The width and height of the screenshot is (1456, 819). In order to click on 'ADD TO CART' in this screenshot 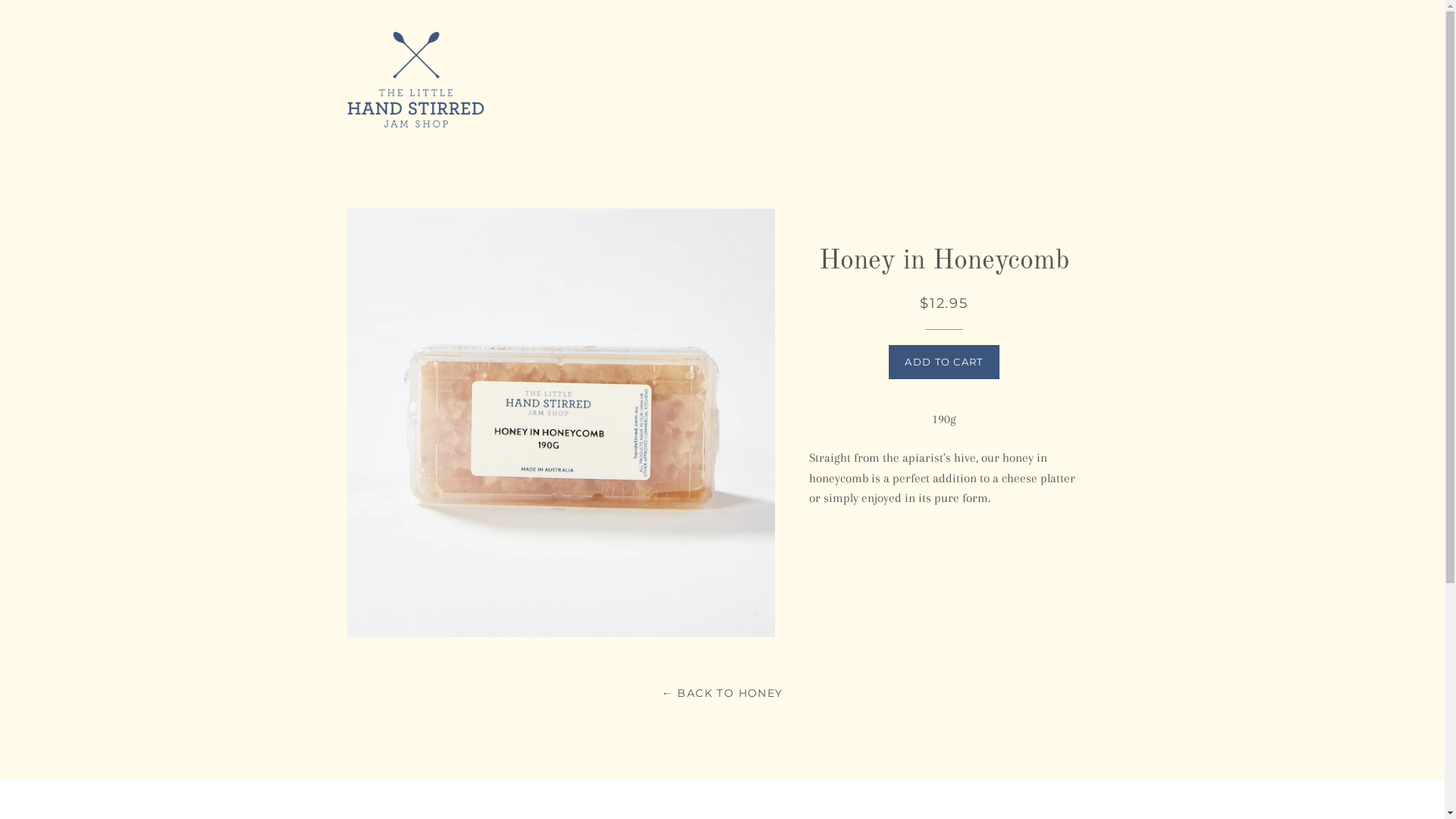, I will do `click(943, 362)`.